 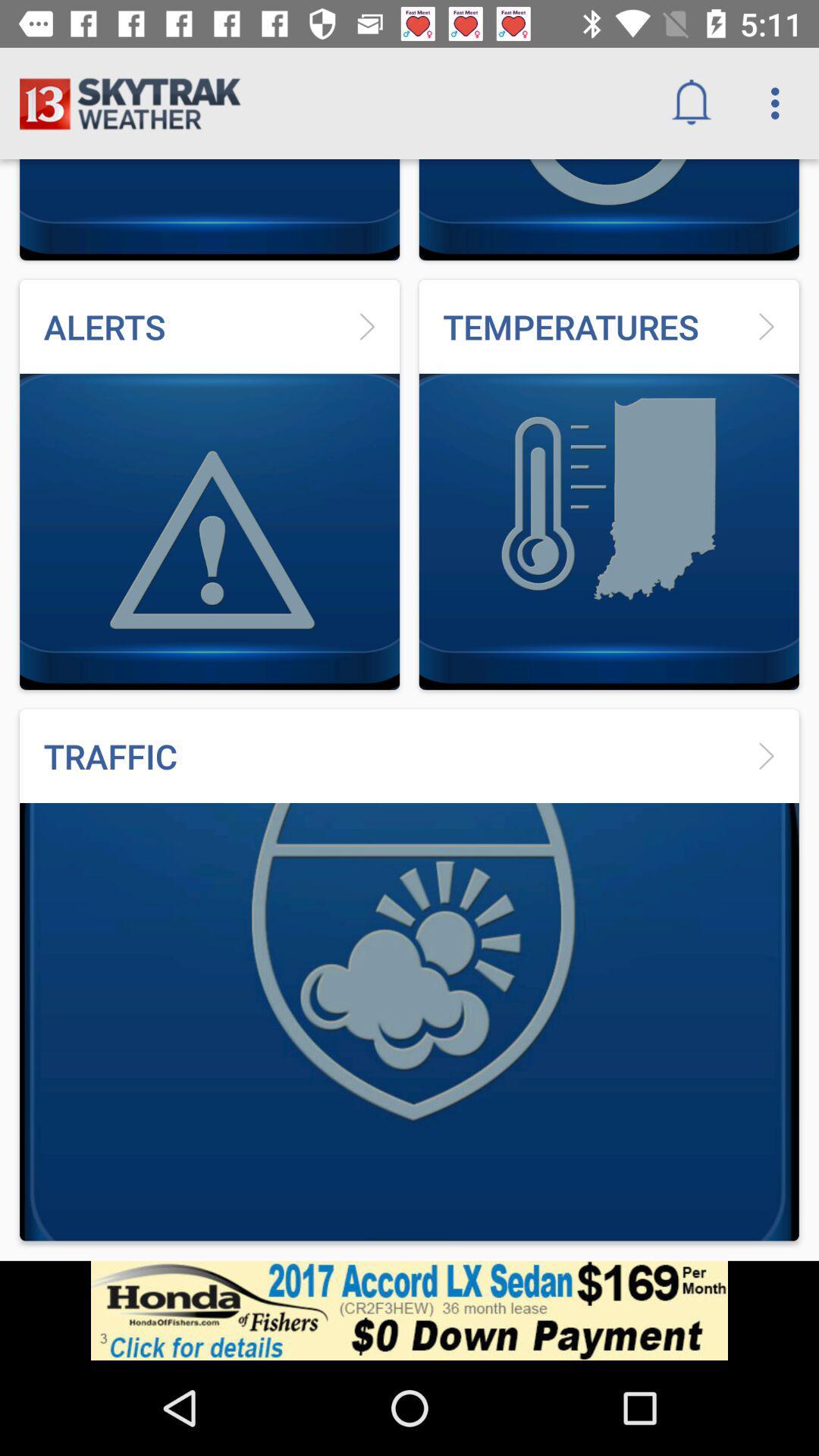 I want to click on the logo on the top left corner of the web page, so click(x=209, y=160).